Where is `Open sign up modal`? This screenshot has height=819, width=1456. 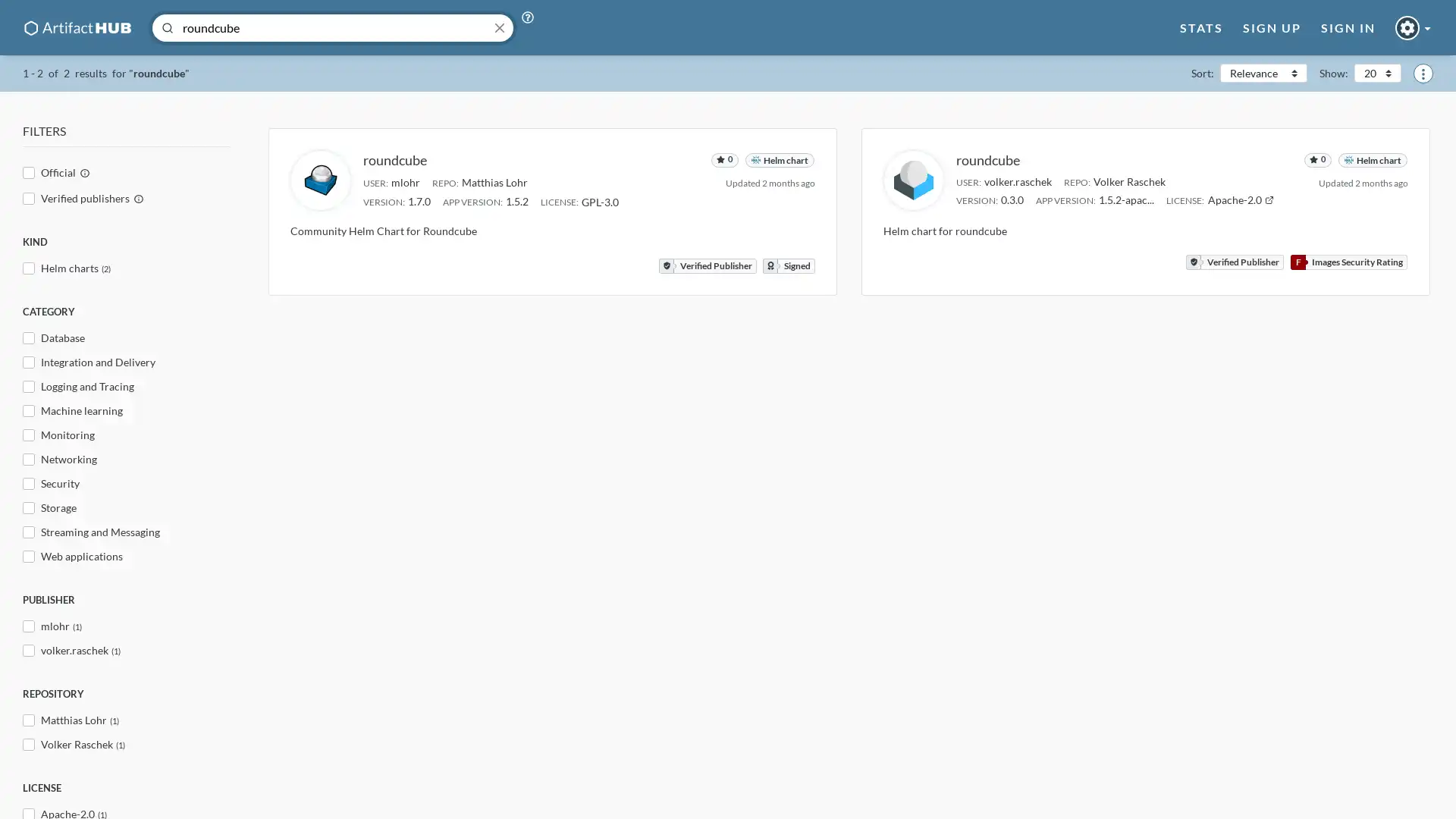
Open sign up modal is located at coordinates (1272, 27).